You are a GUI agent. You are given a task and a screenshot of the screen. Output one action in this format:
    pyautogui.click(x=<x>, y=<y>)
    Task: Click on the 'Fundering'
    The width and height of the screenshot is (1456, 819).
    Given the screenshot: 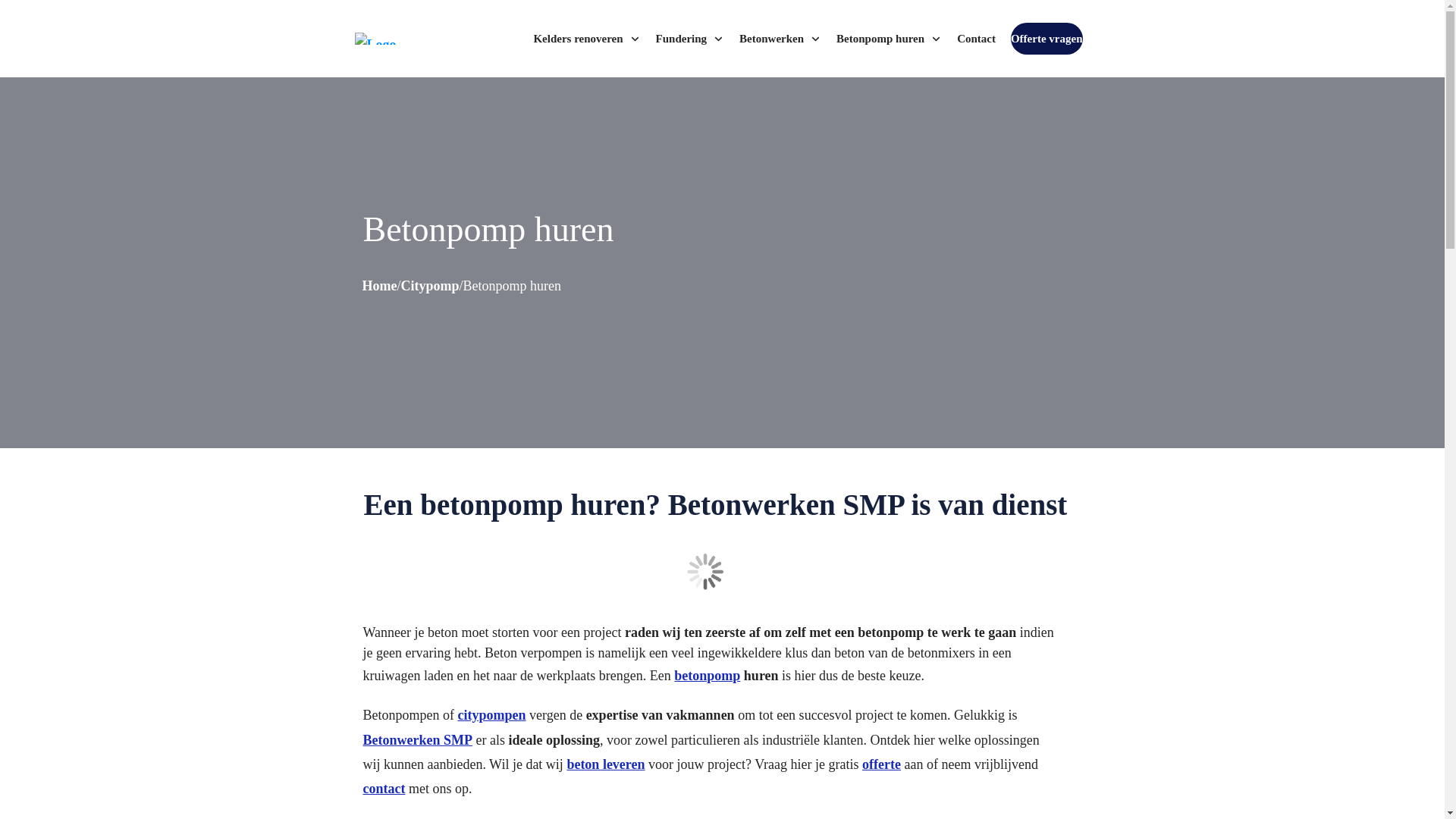 What is the action you would take?
    pyautogui.click(x=689, y=37)
    